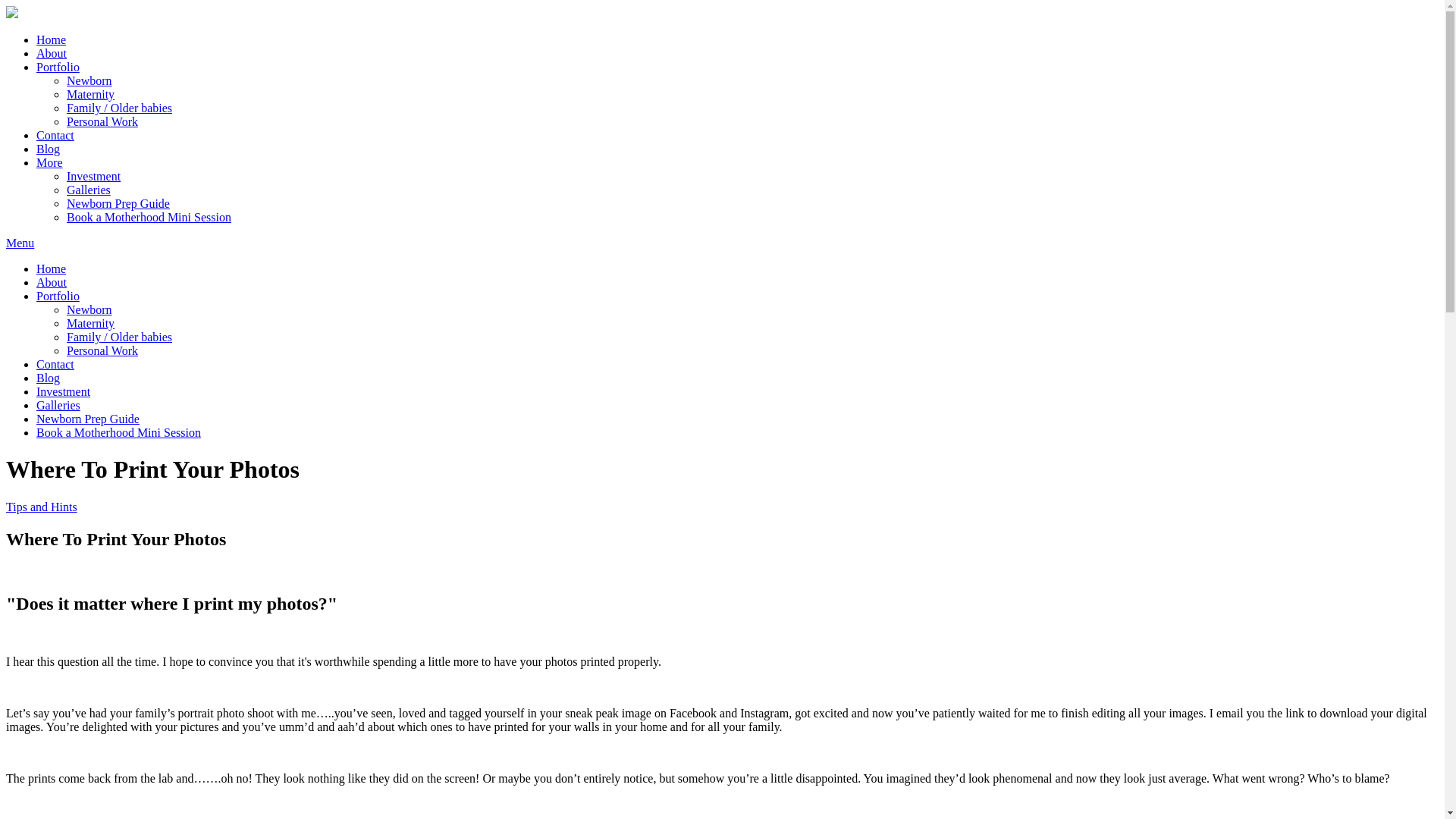  I want to click on 'Blog', so click(36, 149).